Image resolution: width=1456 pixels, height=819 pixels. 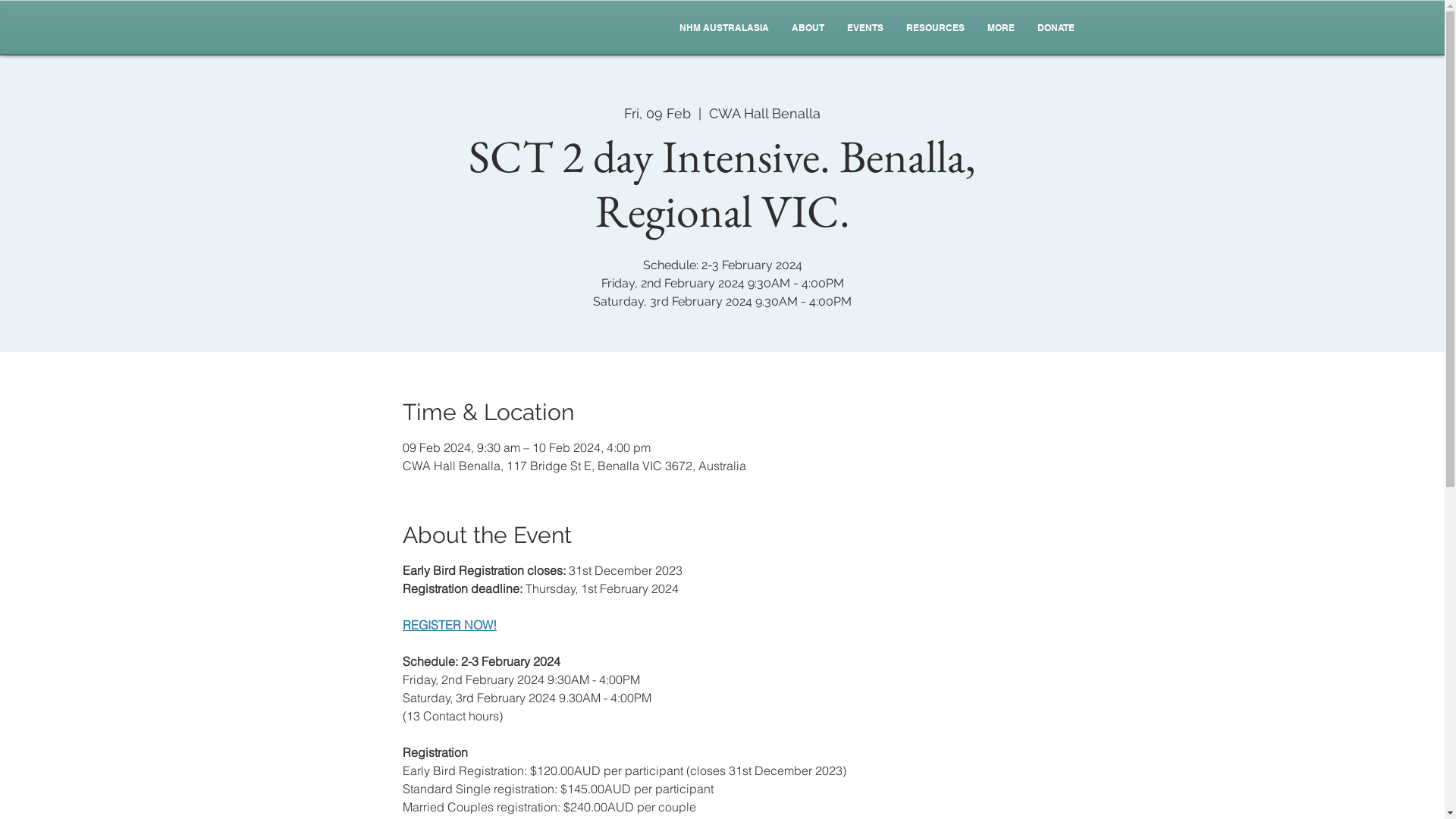 I want to click on 'NHM AUSTRALASIA', so click(x=723, y=28).